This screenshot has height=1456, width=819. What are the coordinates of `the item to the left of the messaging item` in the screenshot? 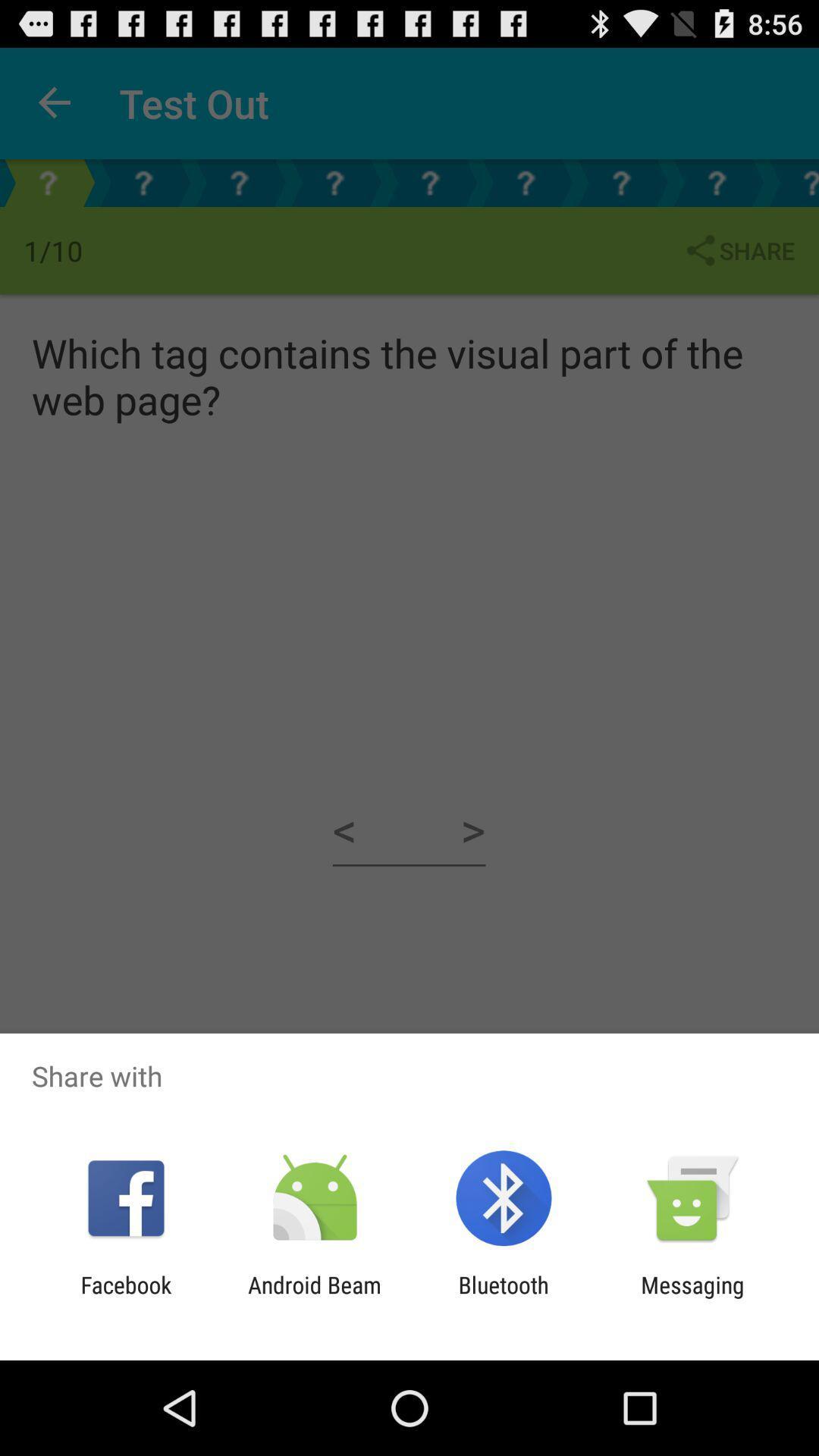 It's located at (504, 1298).